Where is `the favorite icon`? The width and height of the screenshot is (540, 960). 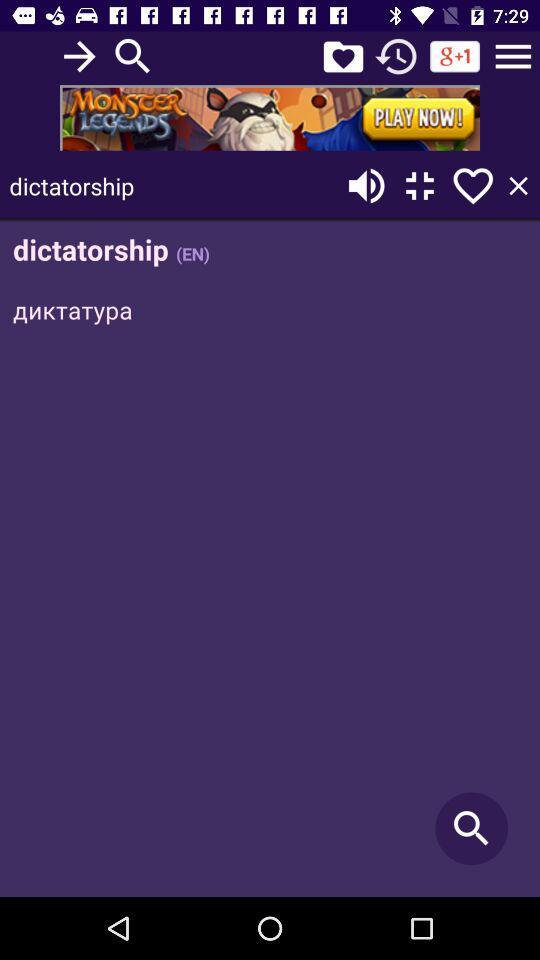
the favorite icon is located at coordinates (472, 185).